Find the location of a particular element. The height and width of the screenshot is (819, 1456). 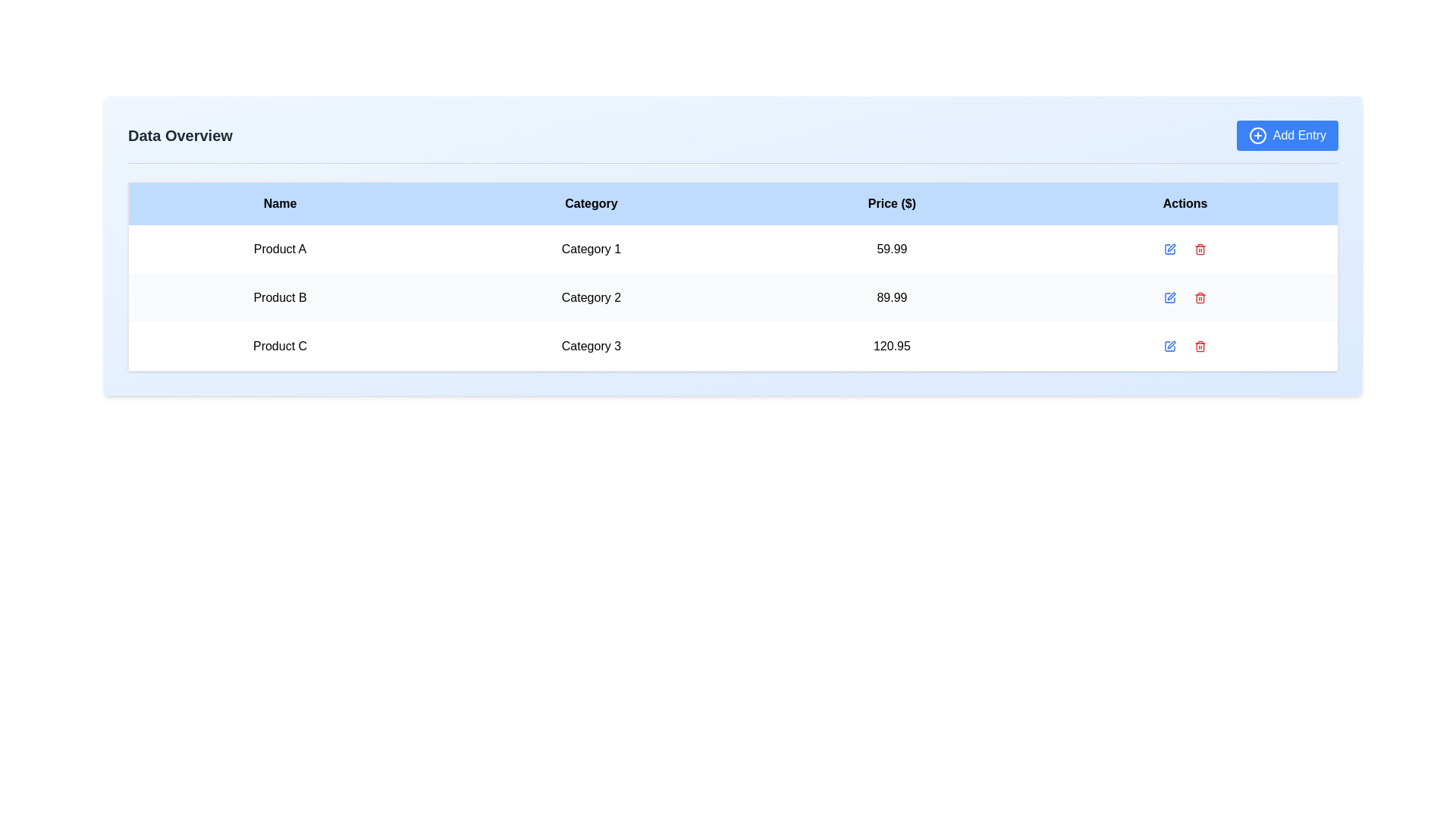

the static text displaying the numeric value '120.95' in the third row and third column of the table, which has a light gray background and black font is located at coordinates (892, 347).